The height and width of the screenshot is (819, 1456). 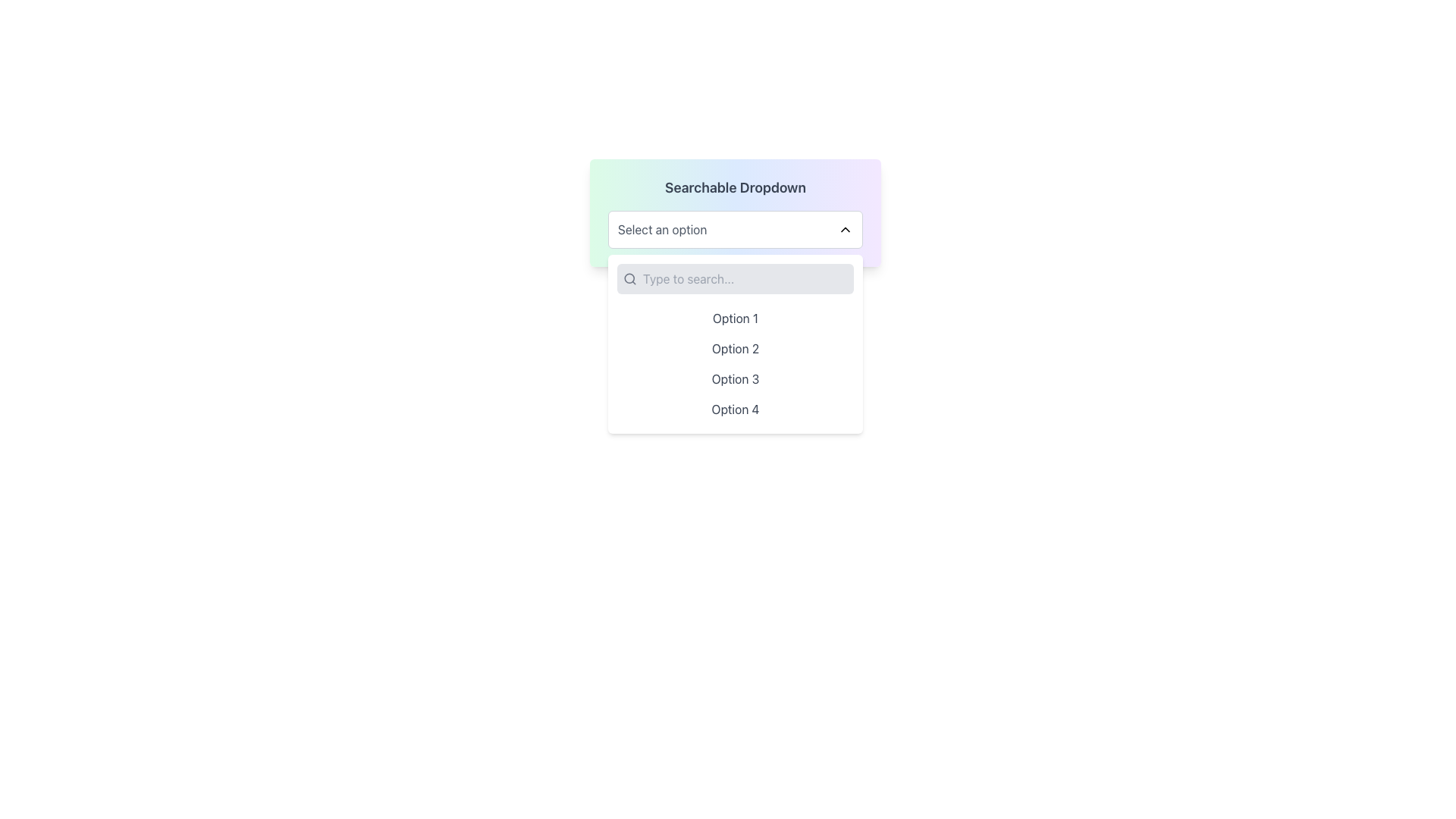 What do you see at coordinates (735, 409) in the screenshot?
I see `the text-based selectable option labeled 'Option 4'` at bounding box center [735, 409].